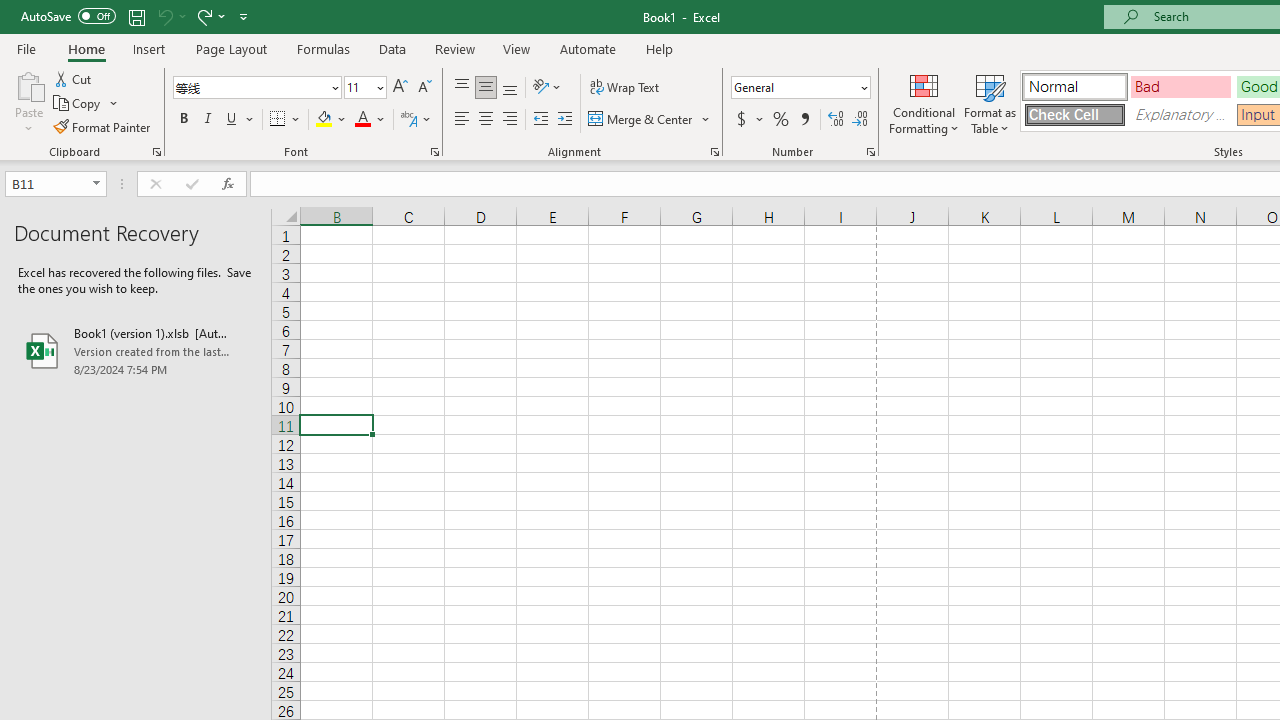 This screenshot has height=720, width=1280. What do you see at coordinates (836, 119) in the screenshot?
I see `'Increase Decimal'` at bounding box center [836, 119].